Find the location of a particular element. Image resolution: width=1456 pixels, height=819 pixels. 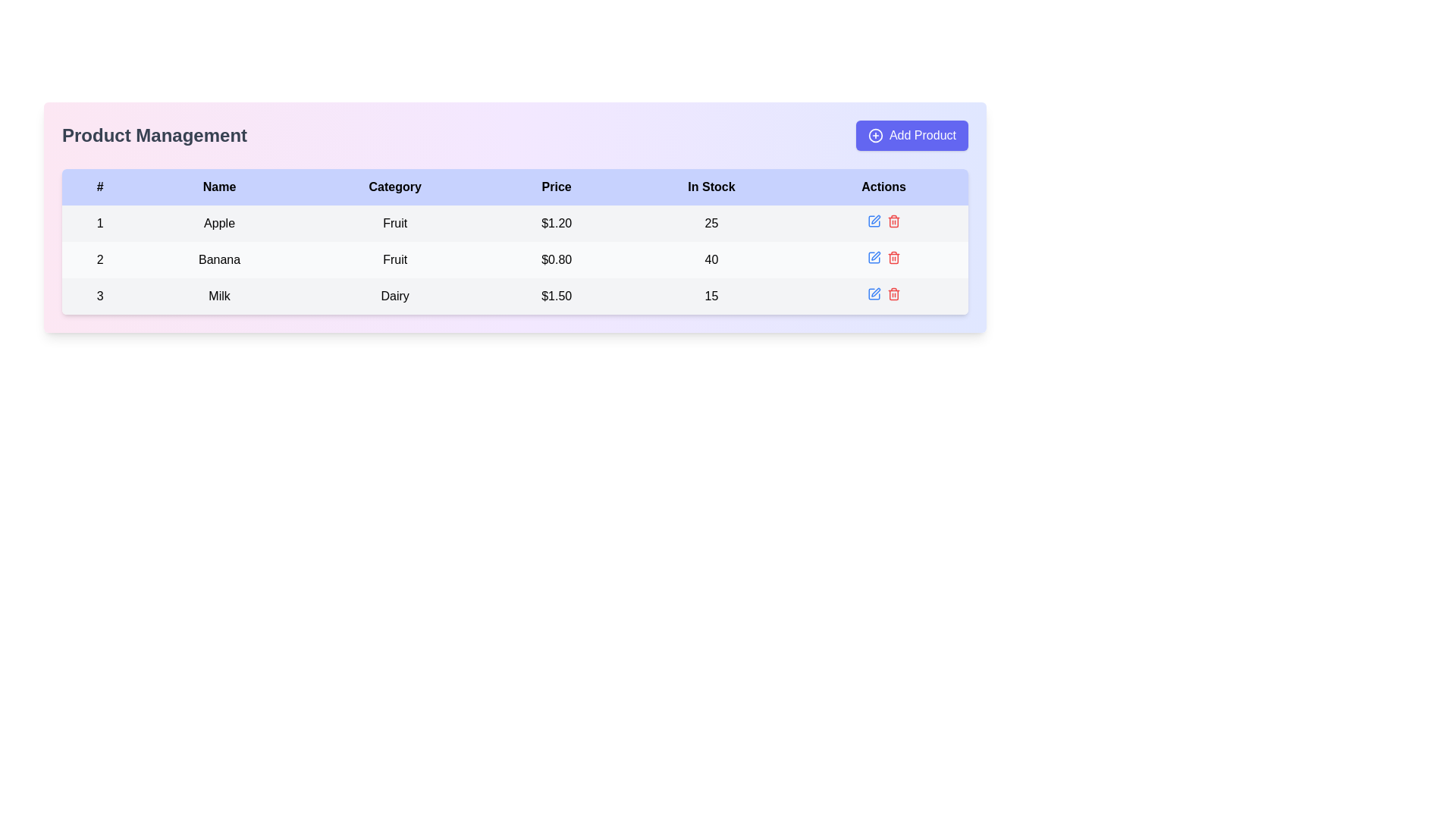

the prominent blue 'Add Product' button located in the top-right corner of the interface to initiate the action of adding a new product is located at coordinates (911, 134).